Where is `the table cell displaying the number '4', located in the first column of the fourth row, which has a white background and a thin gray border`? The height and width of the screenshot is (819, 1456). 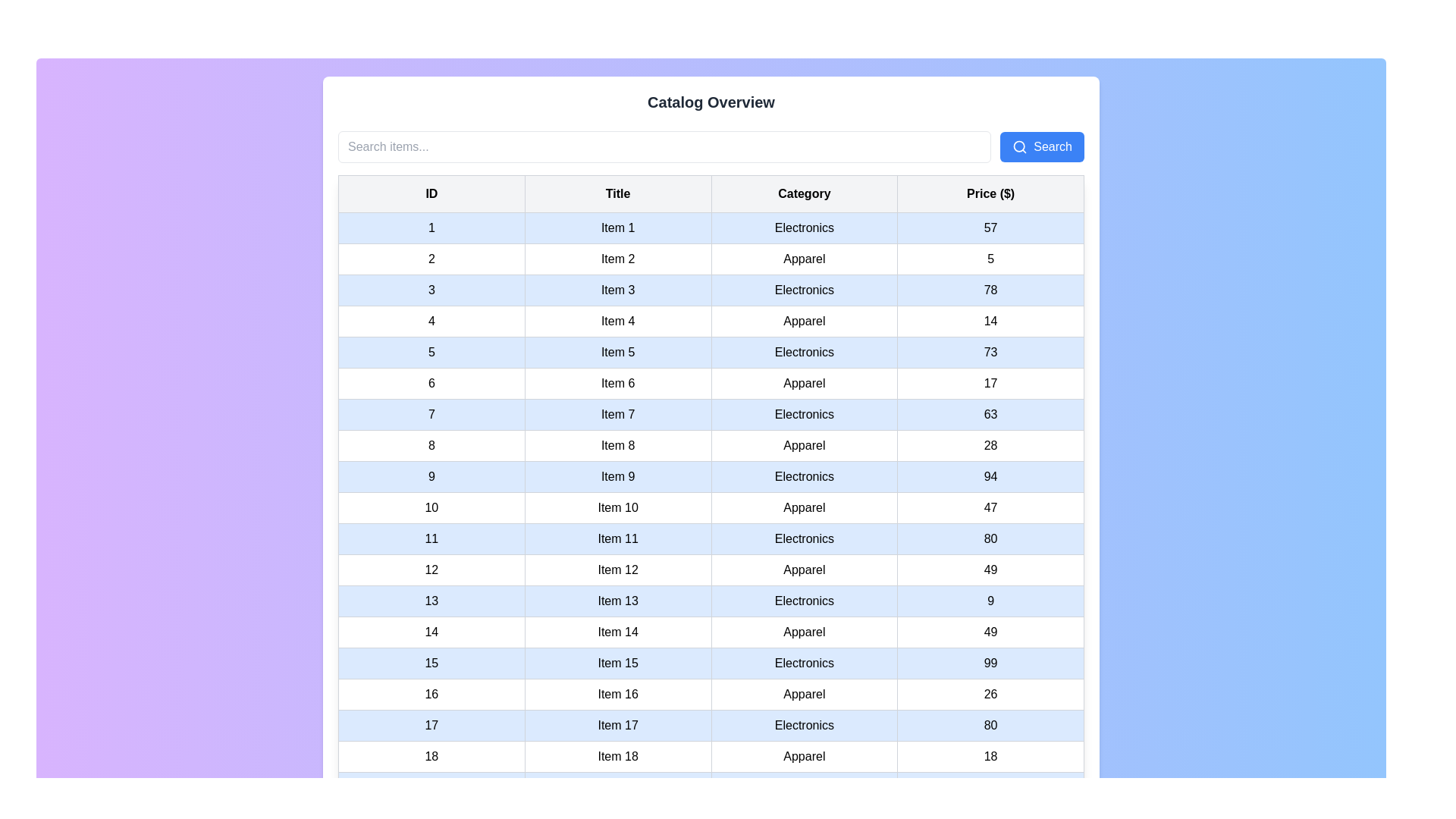 the table cell displaying the number '4', located in the first column of the fourth row, which has a white background and a thin gray border is located at coordinates (431, 321).